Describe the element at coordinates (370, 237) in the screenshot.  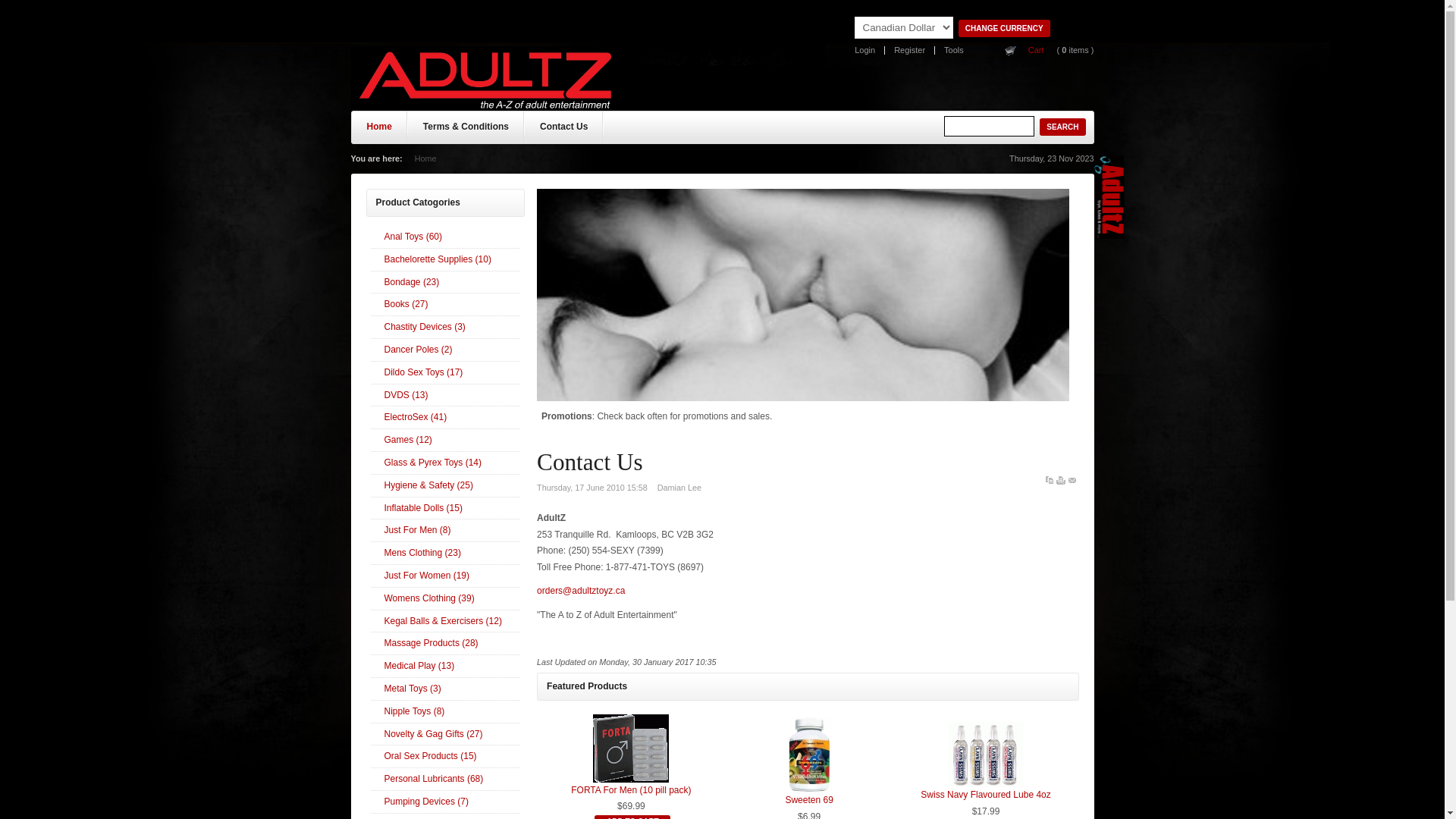
I see `'Anal Toys (60)'` at that location.